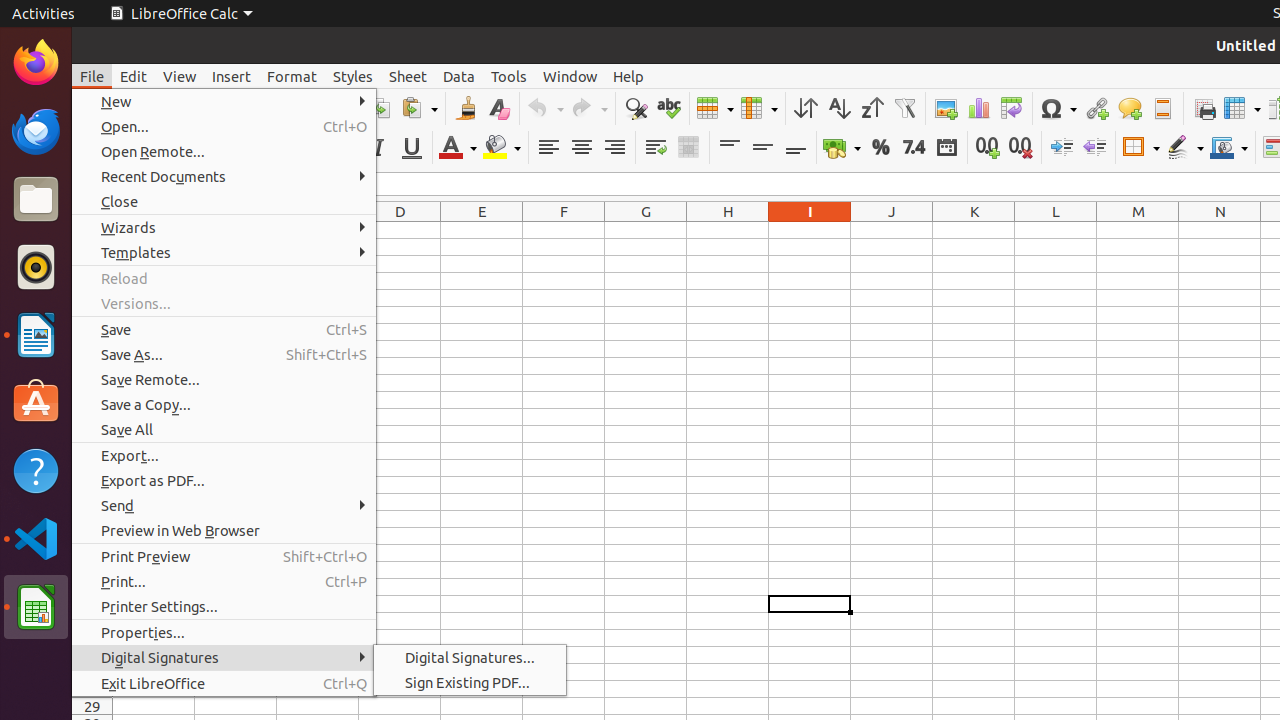  Describe the element at coordinates (224, 605) in the screenshot. I see `'Printer Settings...'` at that location.